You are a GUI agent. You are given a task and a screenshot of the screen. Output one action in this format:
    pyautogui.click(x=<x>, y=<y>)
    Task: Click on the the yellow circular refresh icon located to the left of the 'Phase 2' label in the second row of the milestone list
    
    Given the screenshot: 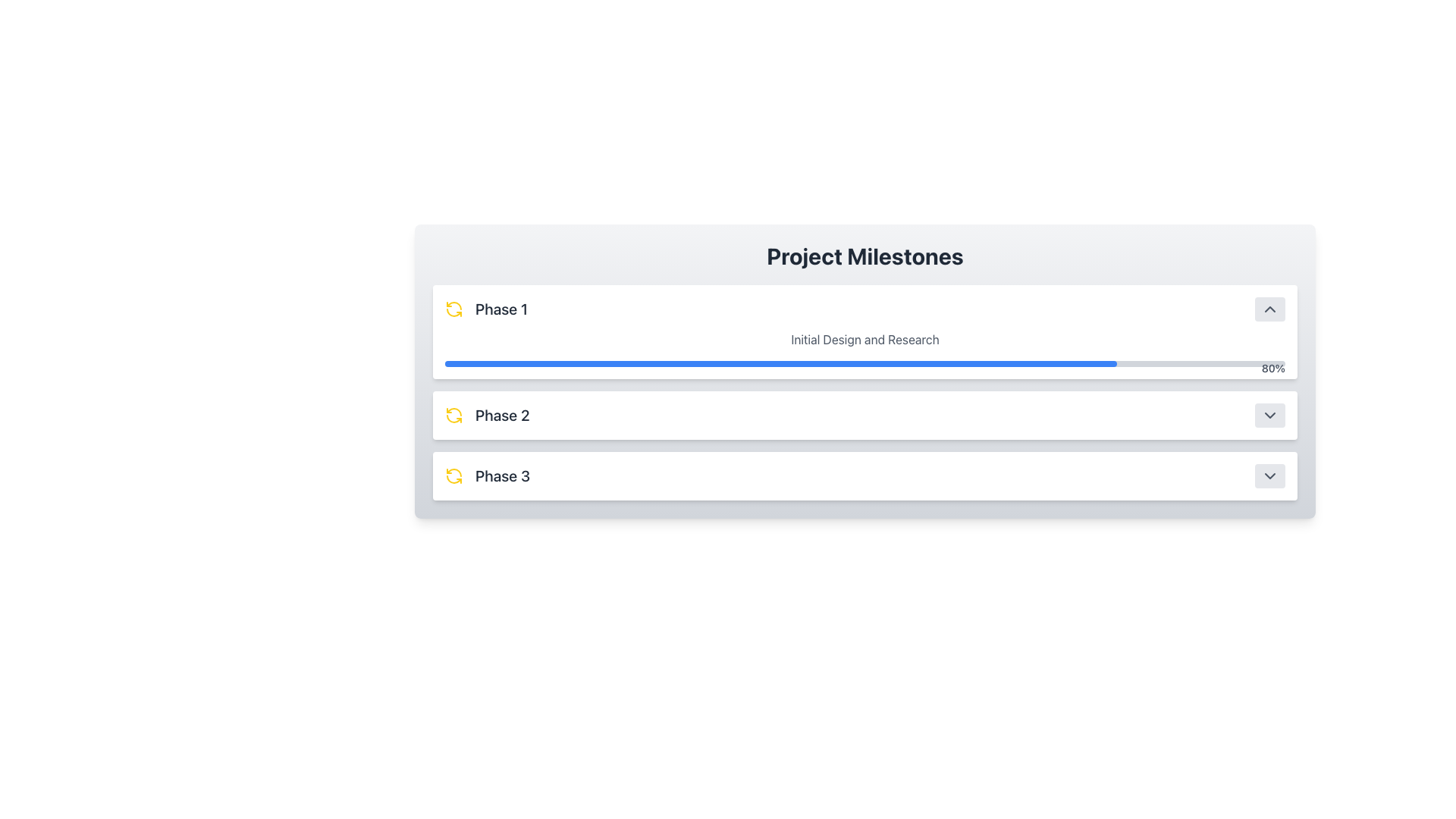 What is the action you would take?
    pyautogui.click(x=453, y=415)
    